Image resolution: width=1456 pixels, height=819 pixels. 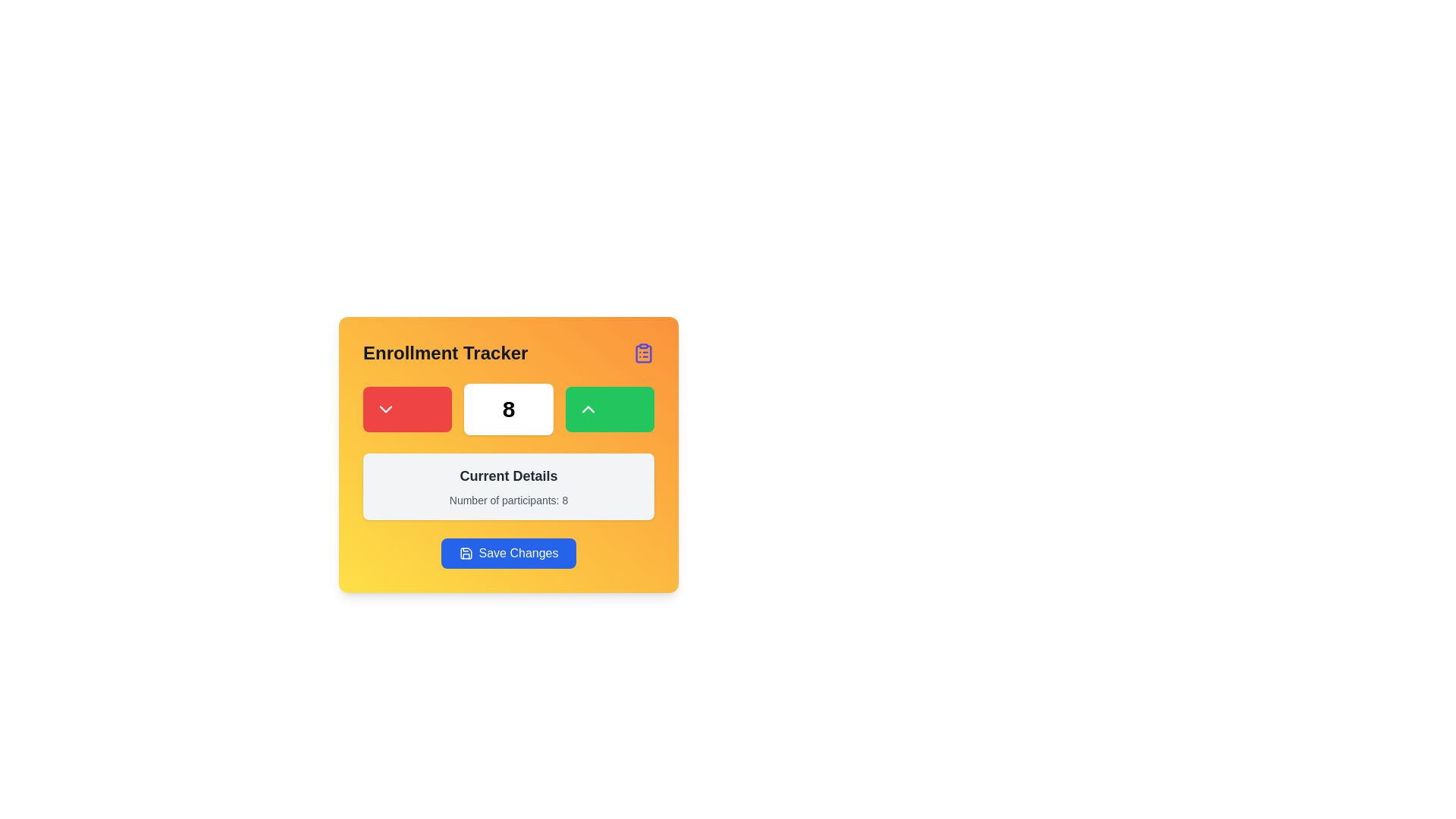 I want to click on the clipboard icon with a purple outline located to the far right of the 'Enrollment Tracker' title, so click(x=644, y=353).